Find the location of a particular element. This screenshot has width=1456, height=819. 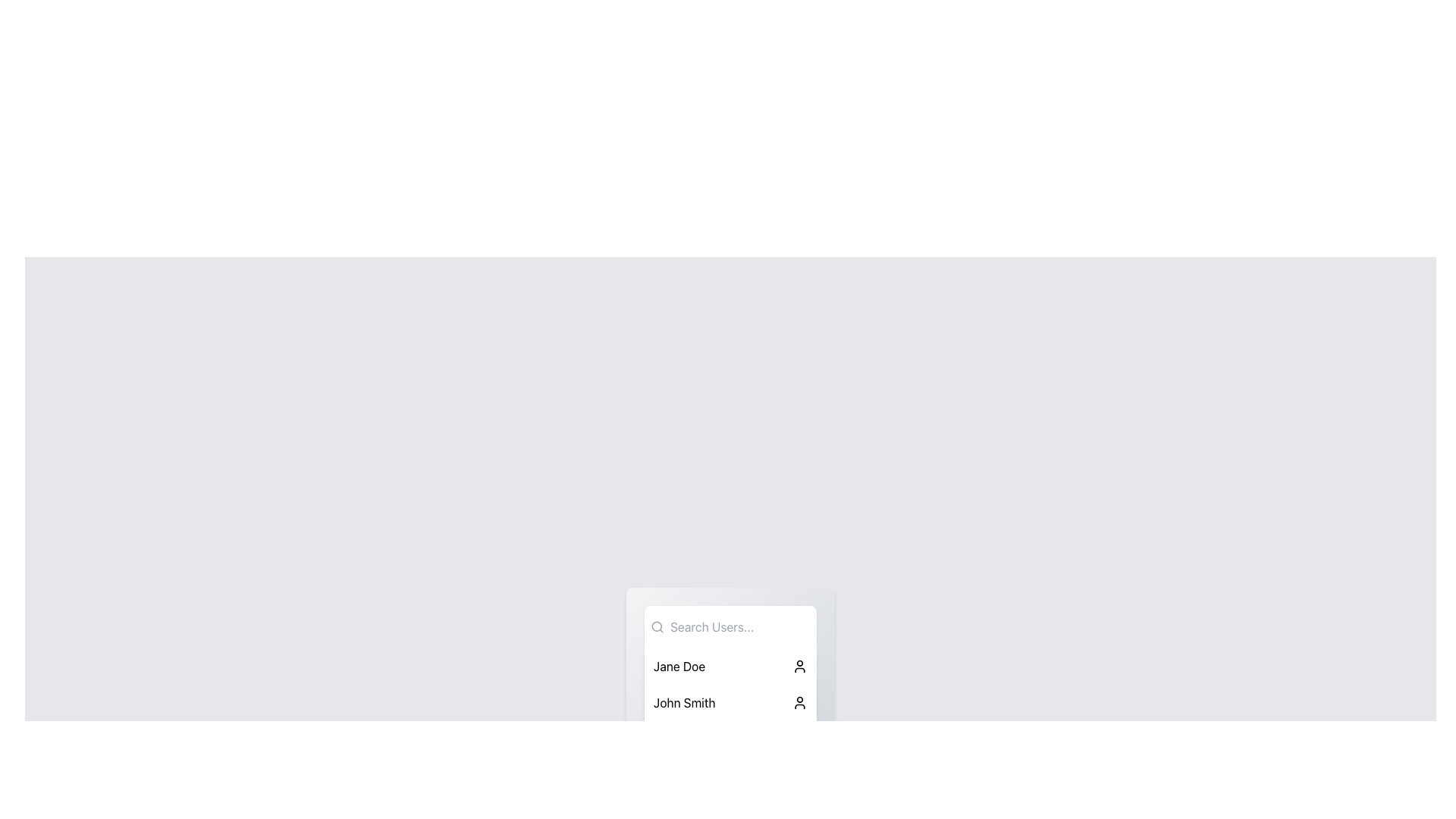

the text label 'John Smith' located within the dropdown list beneath 'Jane Doe' and to the left of the user icon is located at coordinates (683, 702).